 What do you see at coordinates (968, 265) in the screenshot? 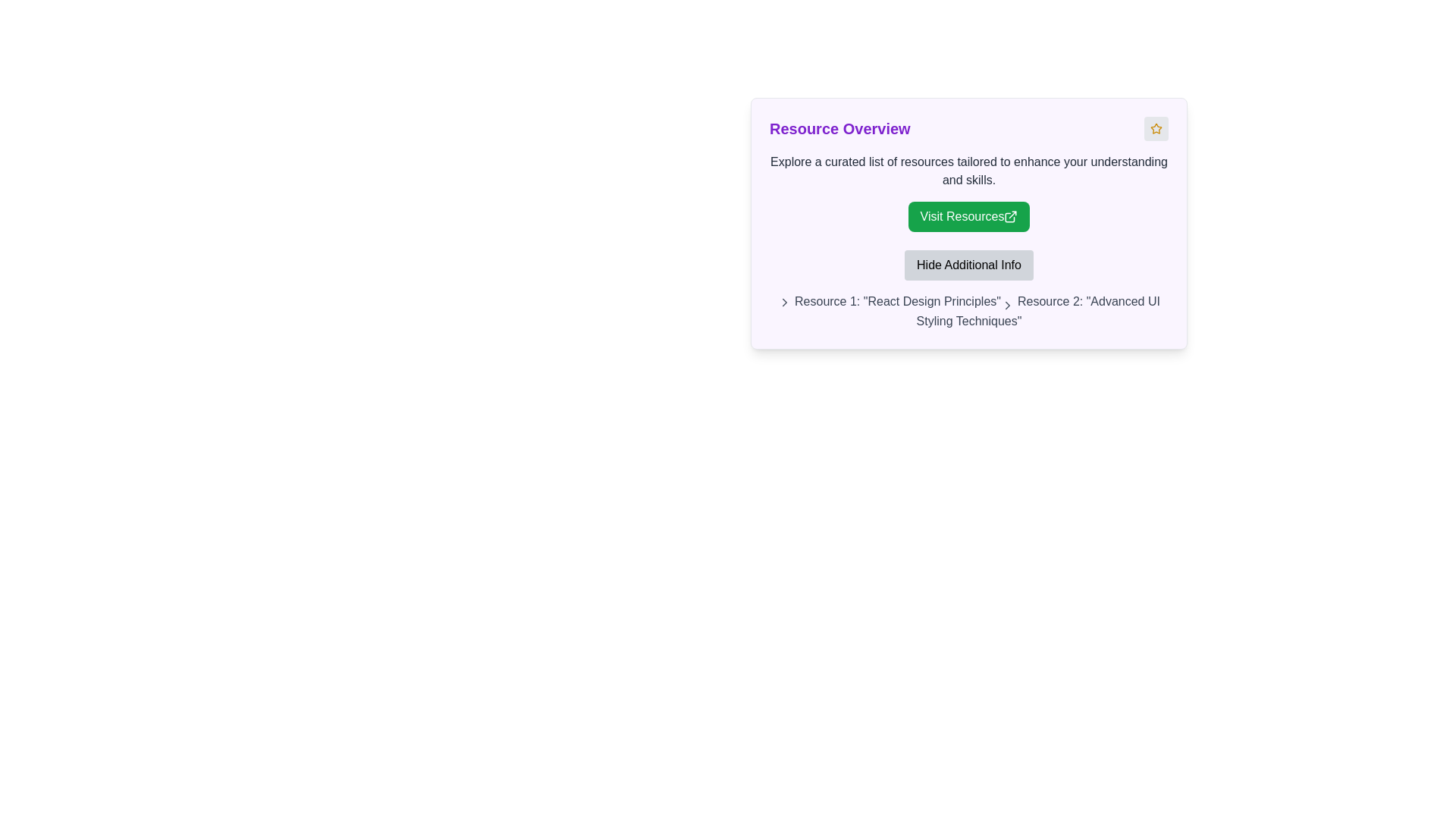
I see `the 'Hide Additional Info' button, which is a rectangular button with a gray background, located below the 'Visit Resources' button in the 'Resource Overview' section` at bounding box center [968, 265].